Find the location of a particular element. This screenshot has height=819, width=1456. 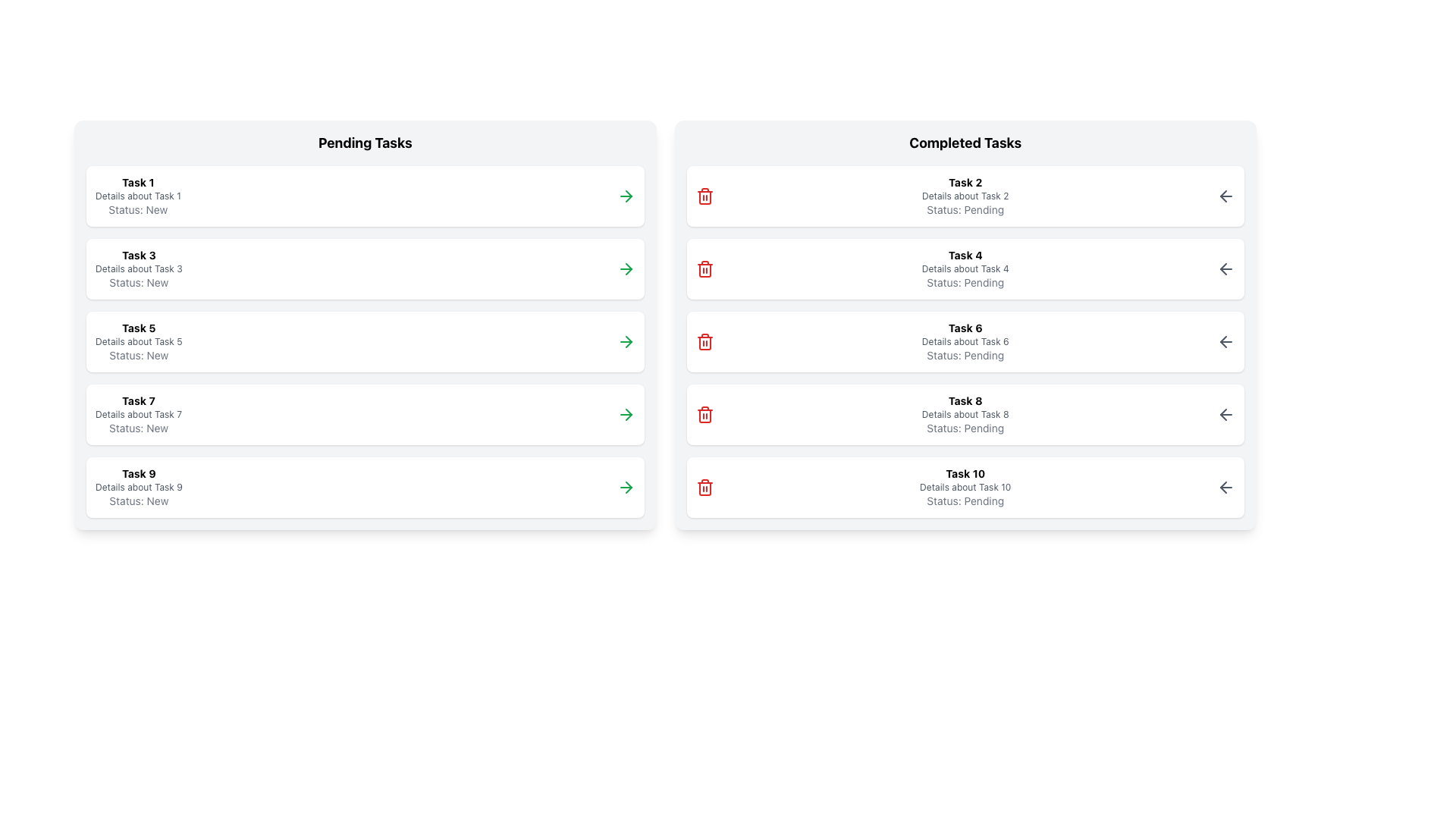

or focus on the second task card in the 'Pending Tasks' section, which provides details about 'Task 3' is located at coordinates (365, 268).